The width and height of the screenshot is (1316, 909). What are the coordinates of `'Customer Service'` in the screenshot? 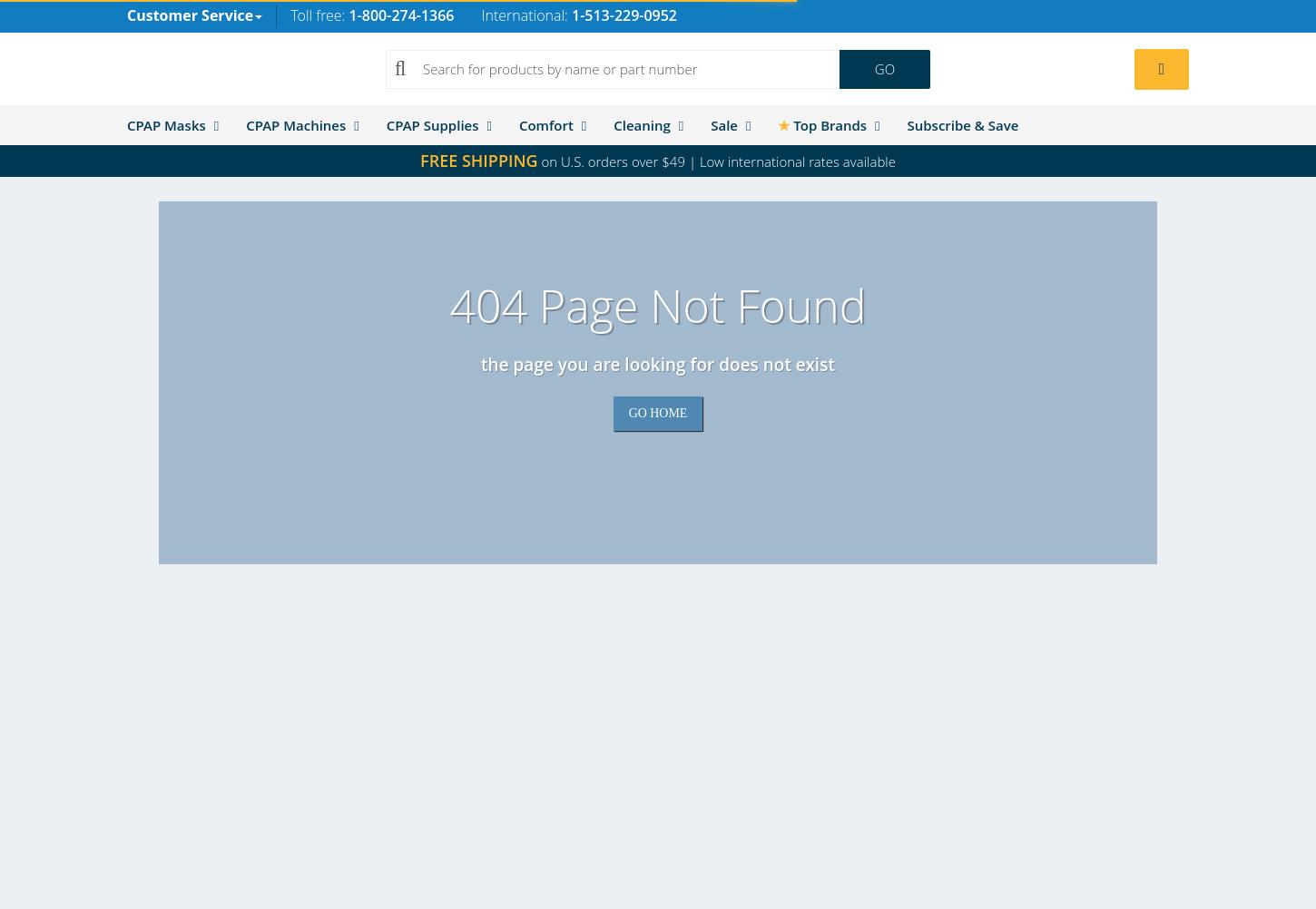 It's located at (189, 15).